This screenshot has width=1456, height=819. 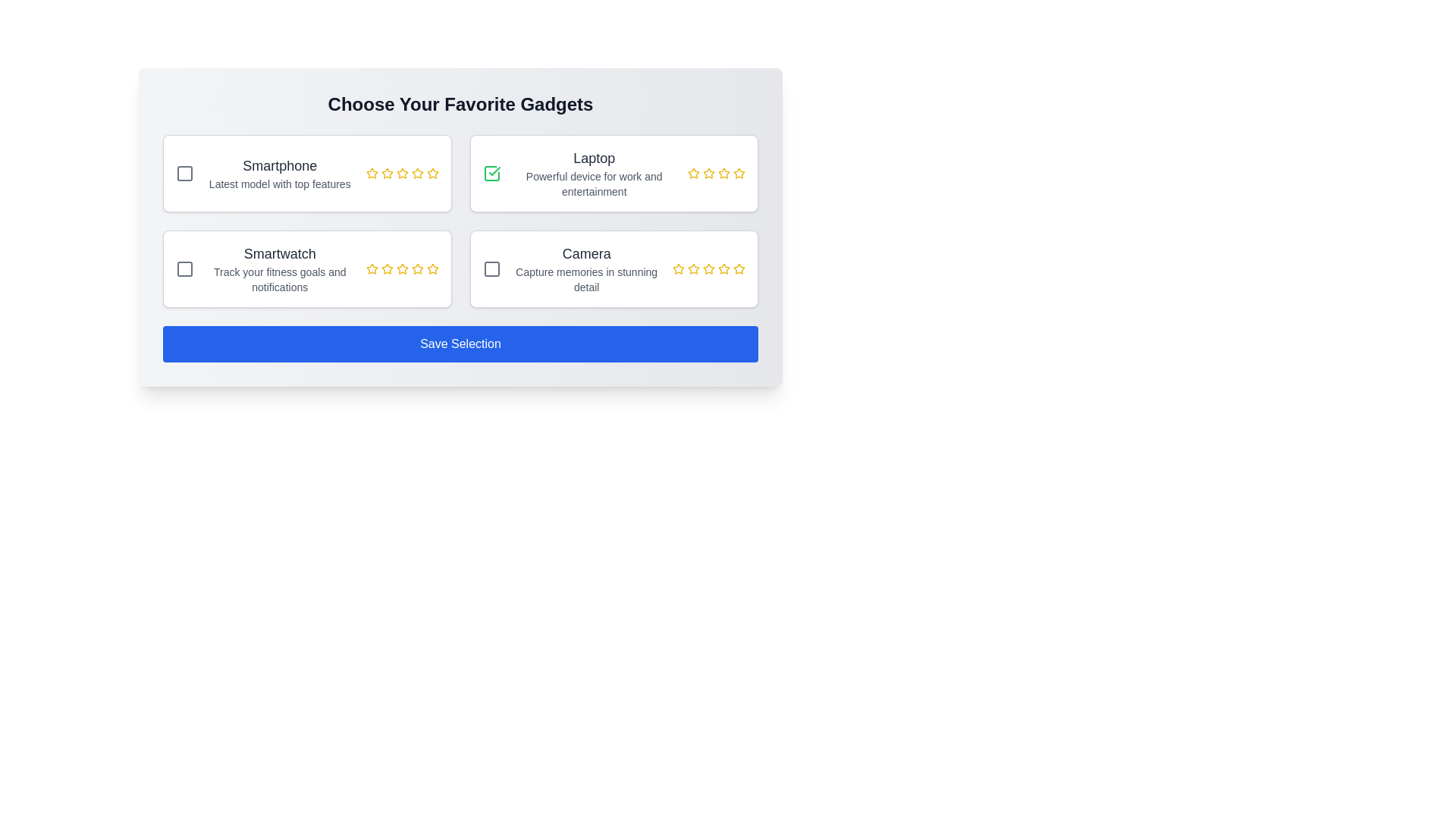 What do you see at coordinates (693, 172) in the screenshot?
I see `the second star-shaped rating icon in gold color for the 'Laptop' option` at bounding box center [693, 172].